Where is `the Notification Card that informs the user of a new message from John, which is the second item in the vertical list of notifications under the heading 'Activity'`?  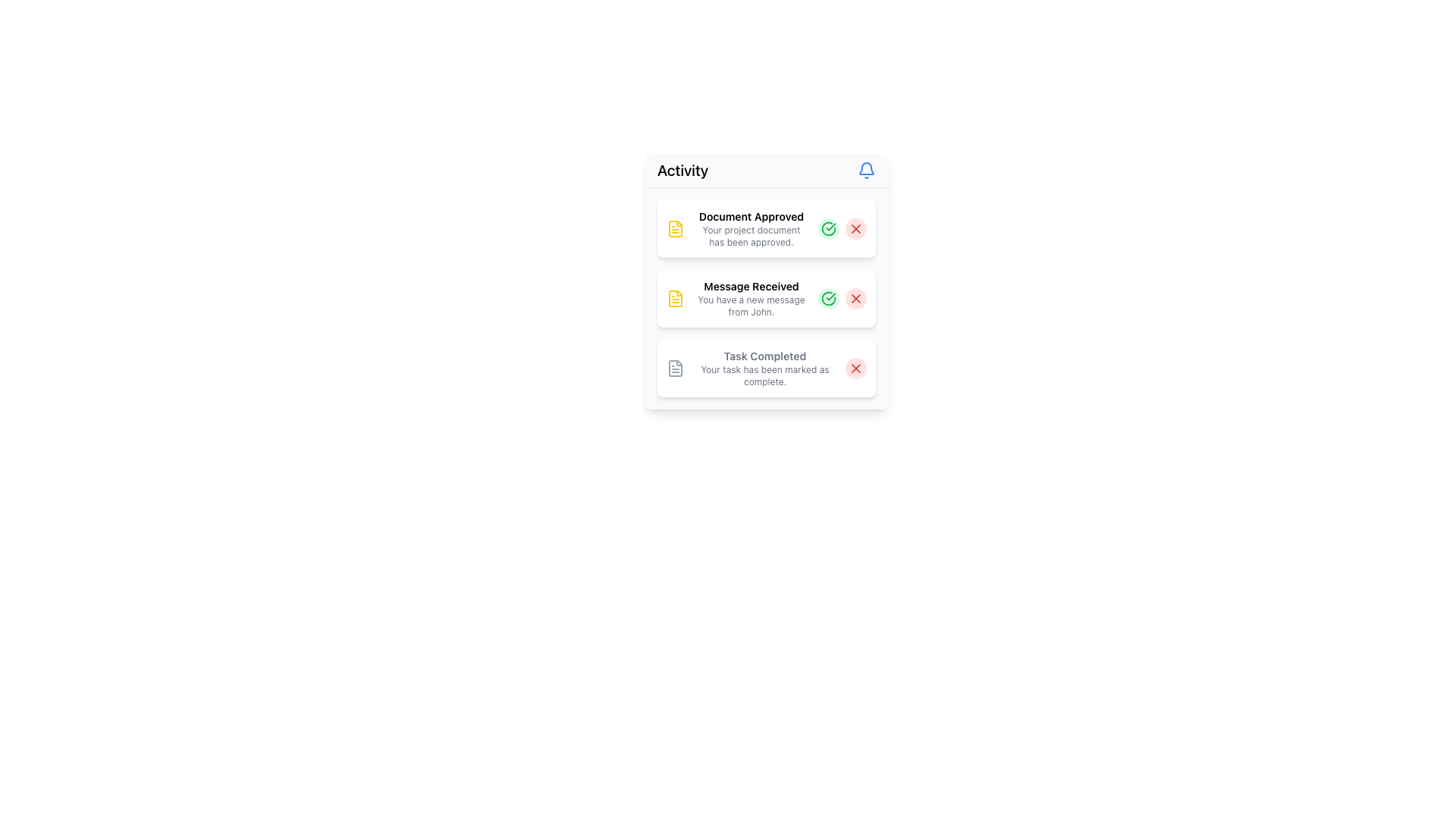
the Notification Card that informs the user of a new message from John, which is the second item in the vertical list of notifications under the heading 'Activity' is located at coordinates (767, 298).